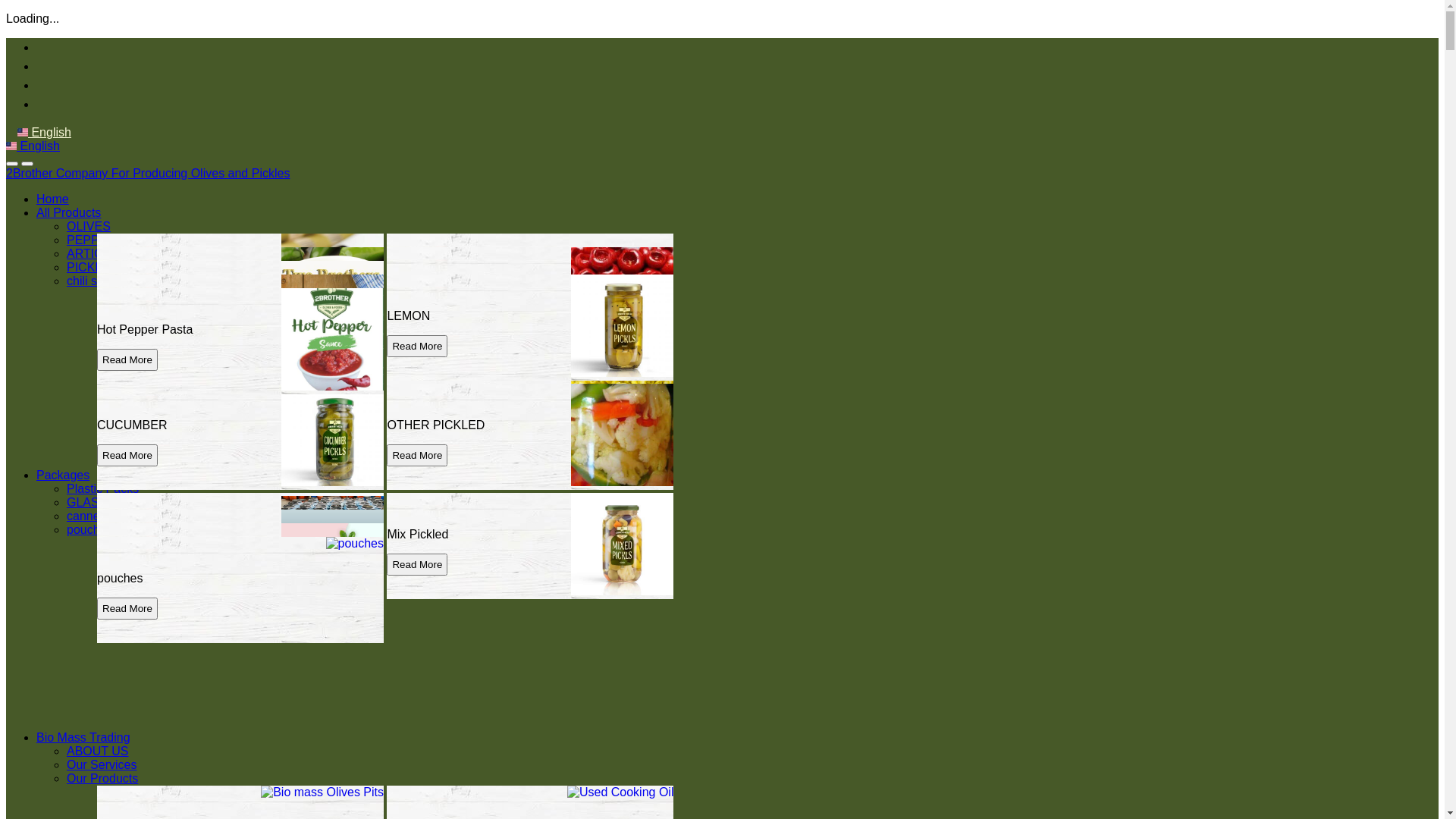  What do you see at coordinates (239, 312) in the screenshot?
I see `'Artichokes` at bounding box center [239, 312].